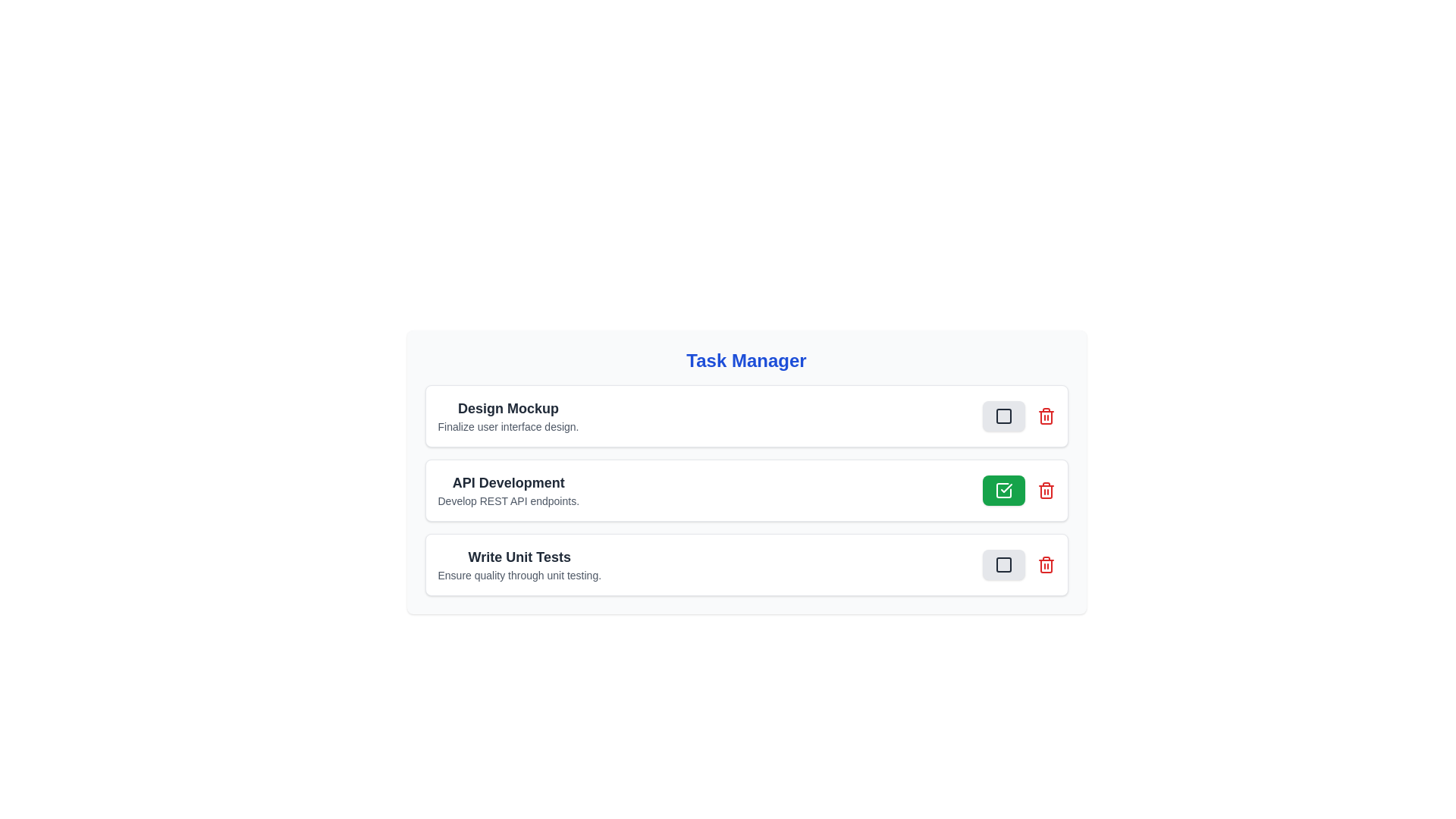 The height and width of the screenshot is (819, 1456). What do you see at coordinates (1003, 416) in the screenshot?
I see `the square-shaped toggle button with a gray background and black border, located to the right of the 'Design Mockup' row in the task manager interface` at bounding box center [1003, 416].